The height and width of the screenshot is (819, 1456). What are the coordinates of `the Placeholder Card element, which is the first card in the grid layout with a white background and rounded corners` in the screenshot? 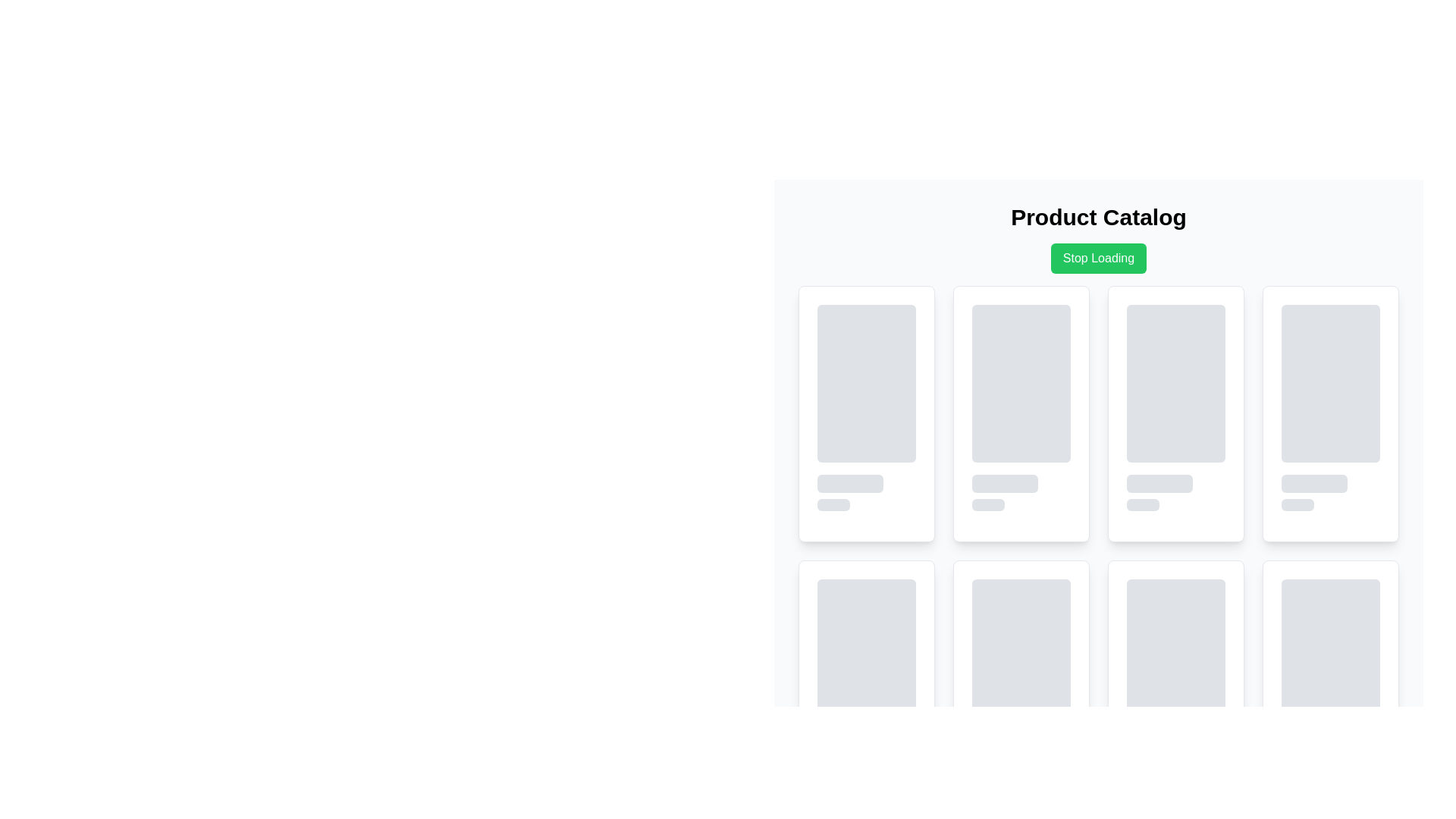 It's located at (866, 414).